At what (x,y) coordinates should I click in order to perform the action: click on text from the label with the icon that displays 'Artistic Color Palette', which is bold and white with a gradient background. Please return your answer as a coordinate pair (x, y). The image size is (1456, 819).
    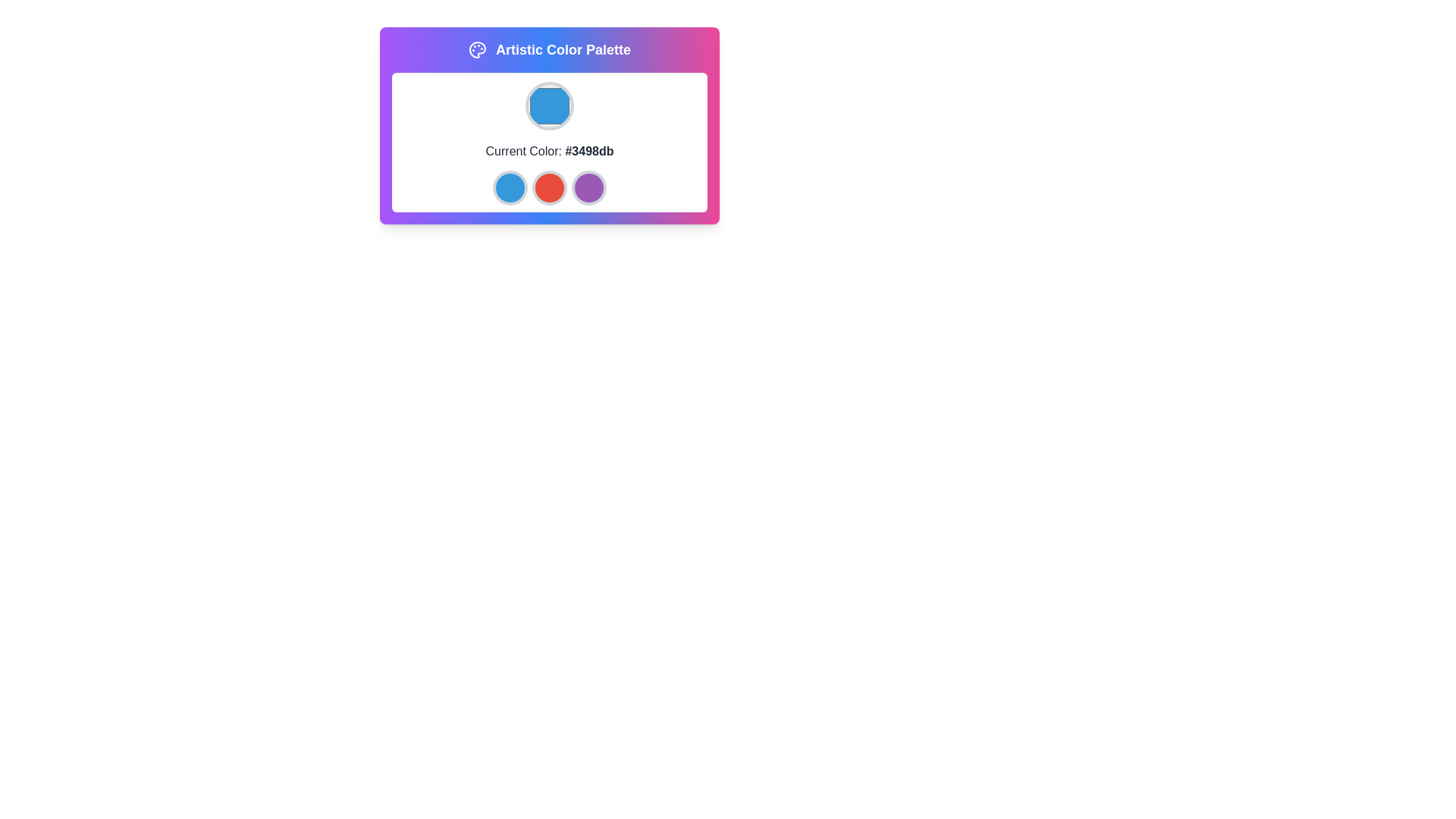
    Looking at the image, I should click on (548, 49).